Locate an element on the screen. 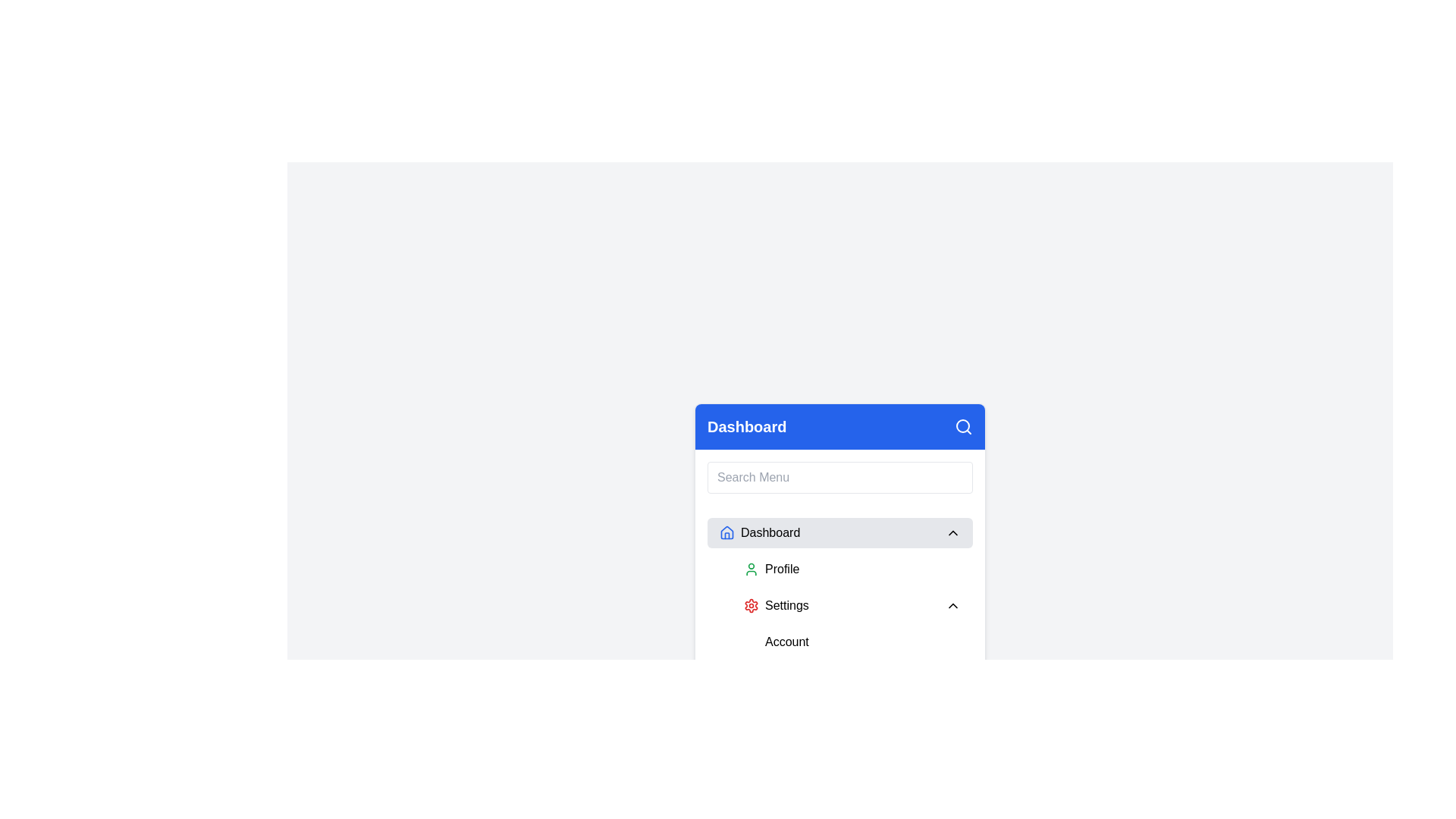 The height and width of the screenshot is (819, 1456). the 'Settings' menu item, which features a red gear icon and is located in the sidebar menu, positioned between 'Profile' and 'Account' is located at coordinates (776, 604).